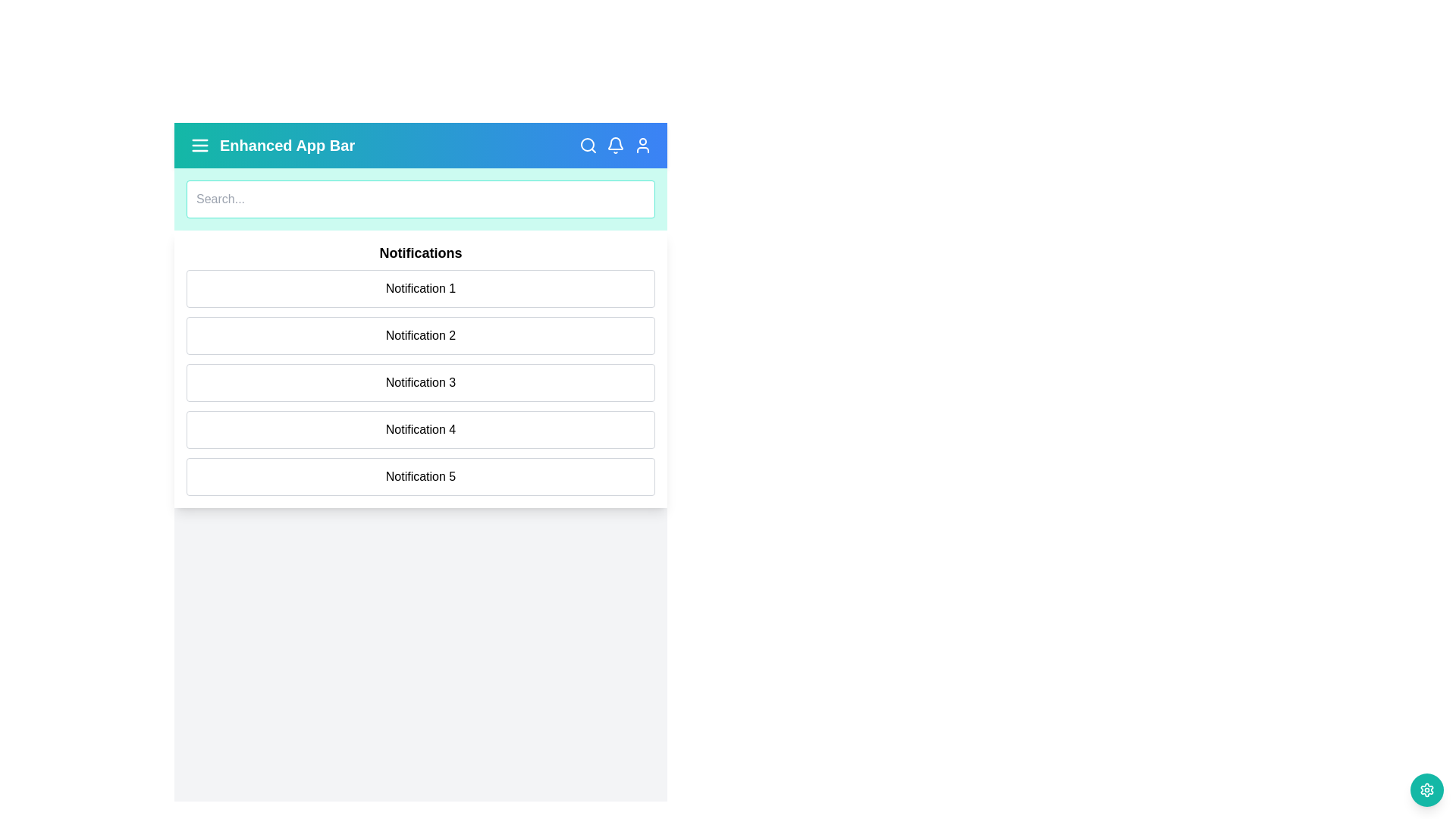 This screenshot has height=819, width=1456. What do you see at coordinates (1426, 789) in the screenshot?
I see `the footer settings button located at the bottom-right corner of the screen` at bounding box center [1426, 789].